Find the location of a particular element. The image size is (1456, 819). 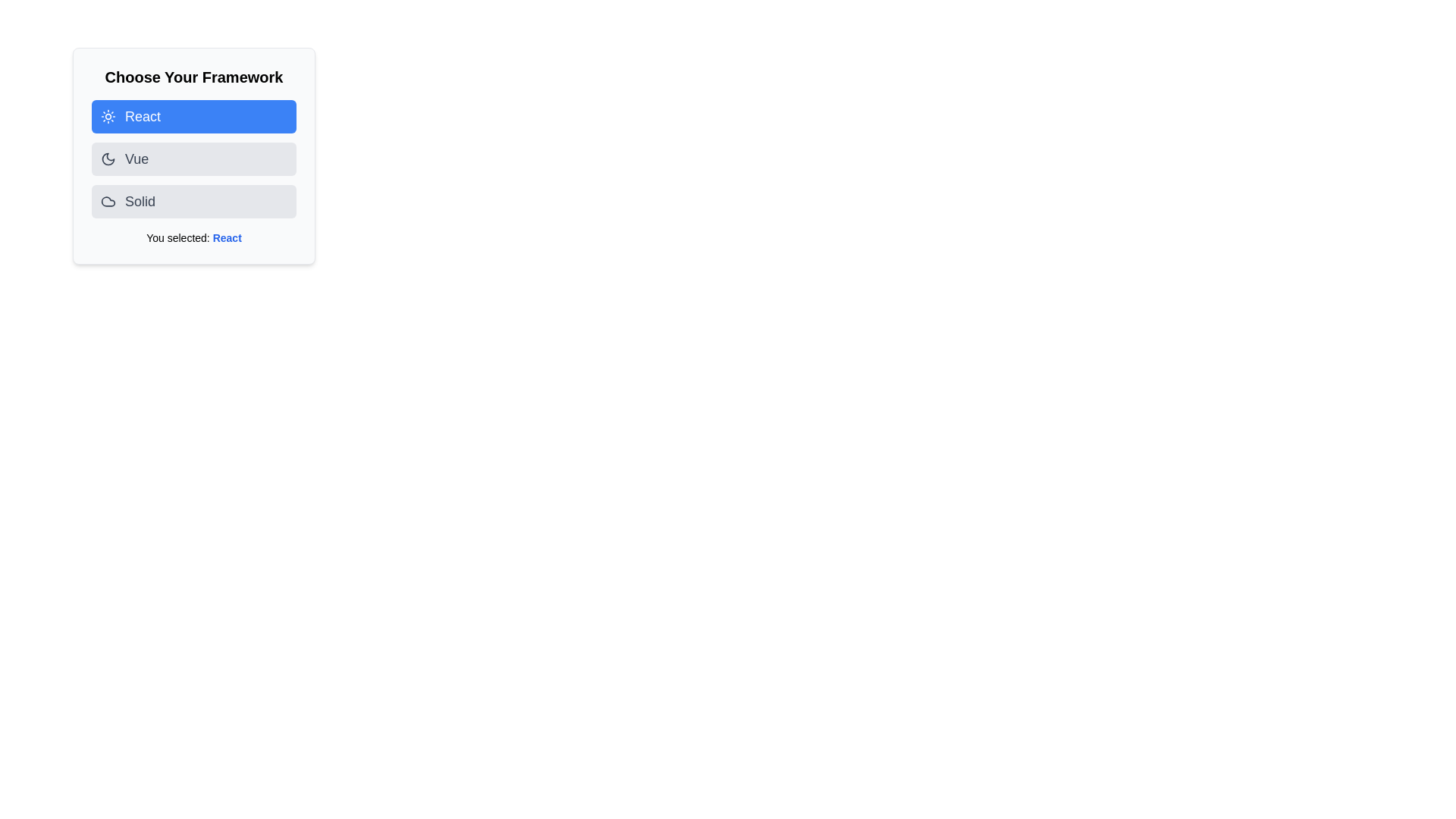

the React framework icon is located at coordinates (108, 116).